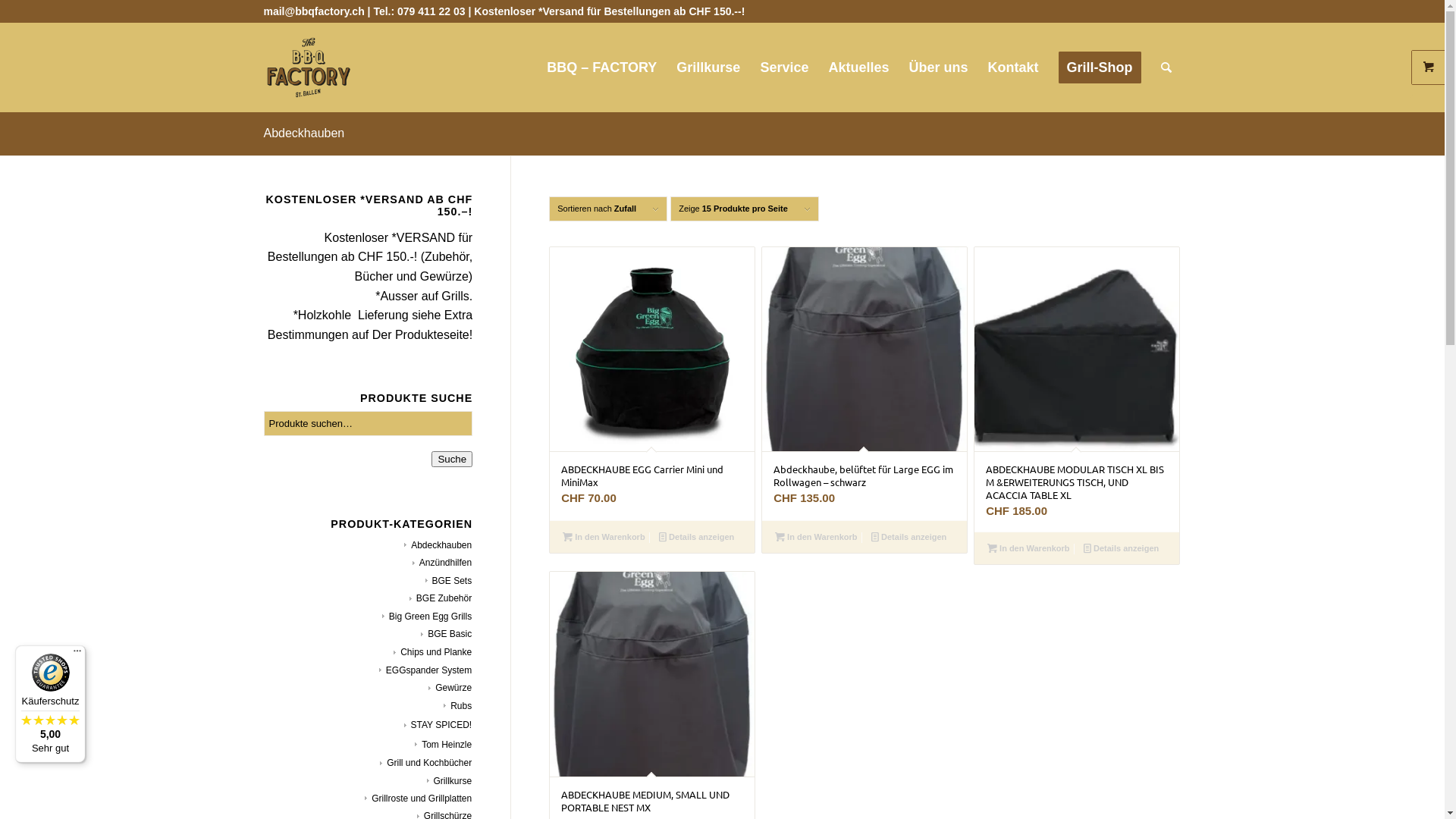  I want to click on 'Suche', so click(450, 458).